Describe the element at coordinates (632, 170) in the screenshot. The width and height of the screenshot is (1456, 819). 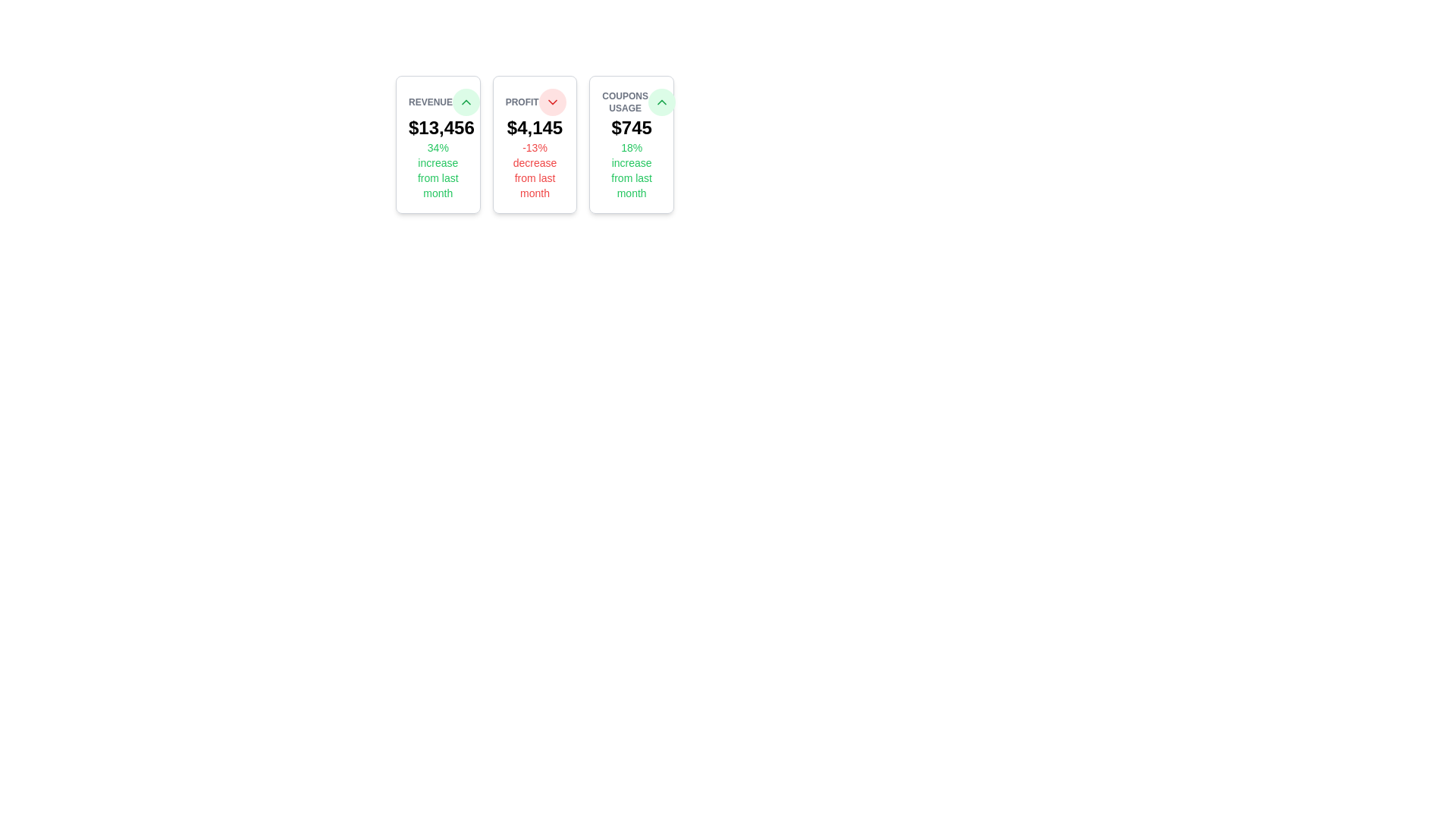
I see `the Label indicating the percentage change in coupon usage, located below the monetary value '$745' in the 'COUPONS USAGE' card` at that location.